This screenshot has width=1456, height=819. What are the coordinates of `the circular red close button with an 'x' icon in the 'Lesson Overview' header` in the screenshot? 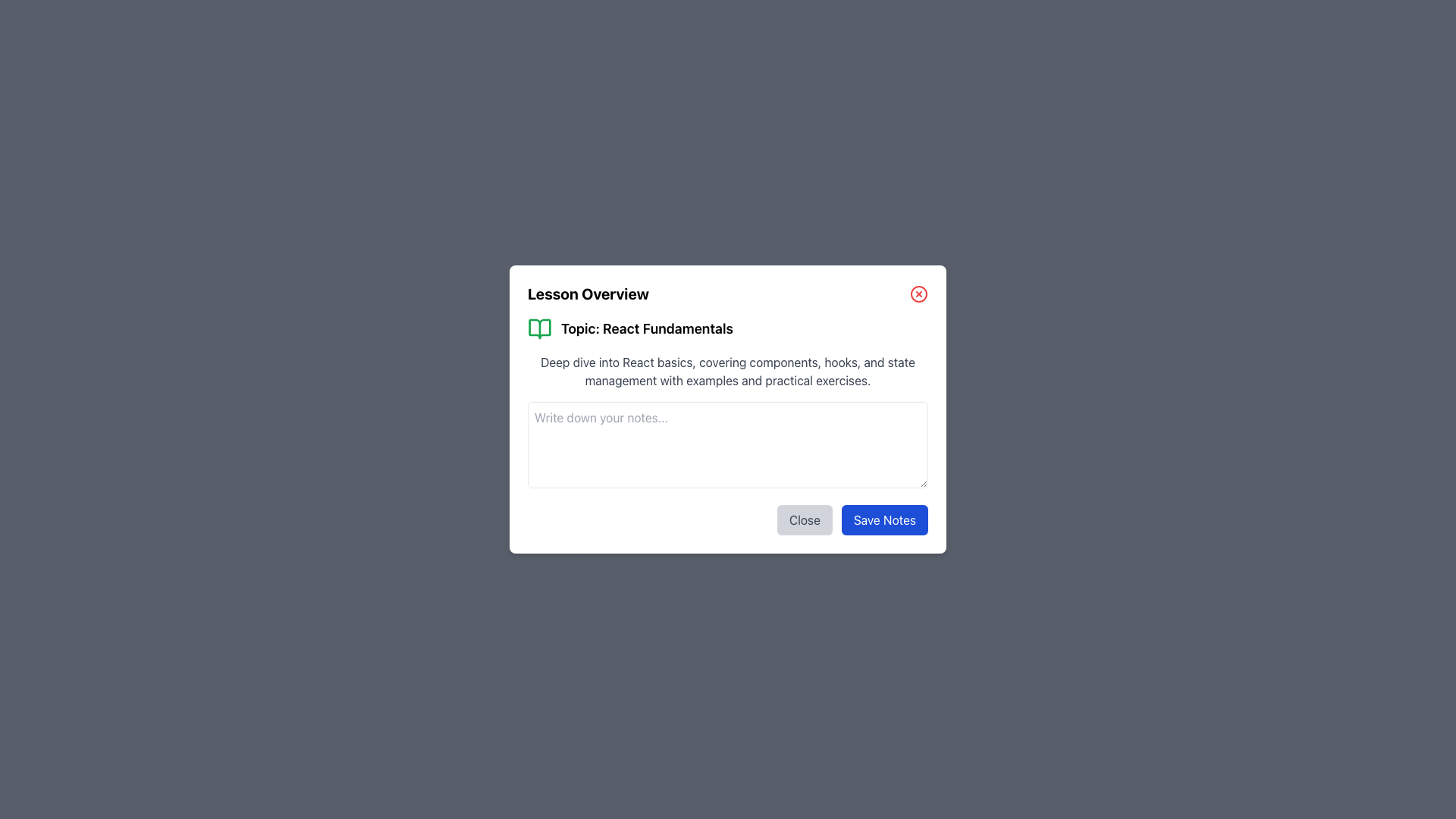 It's located at (728, 294).